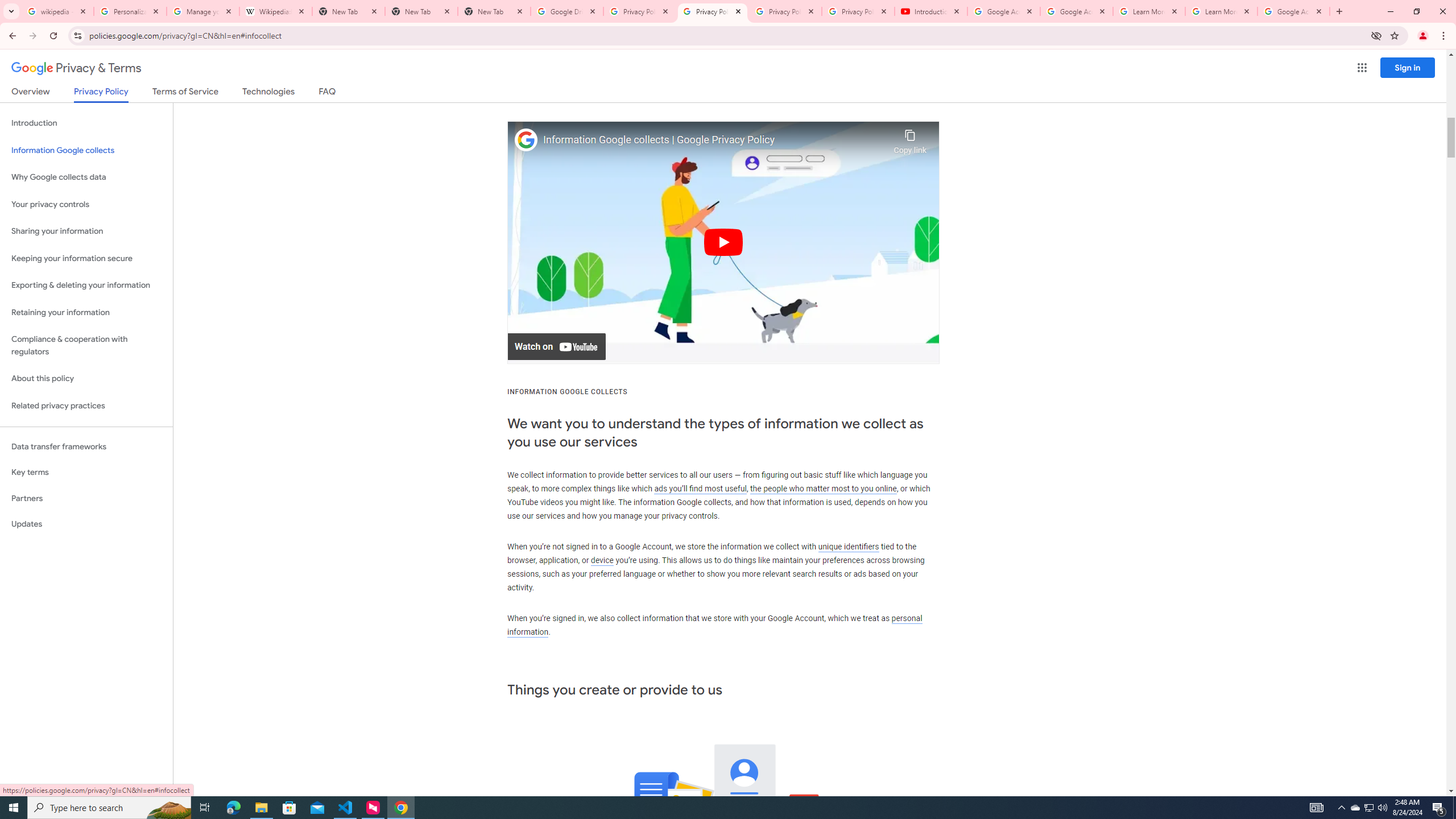  I want to click on 'Play', so click(723, 242).